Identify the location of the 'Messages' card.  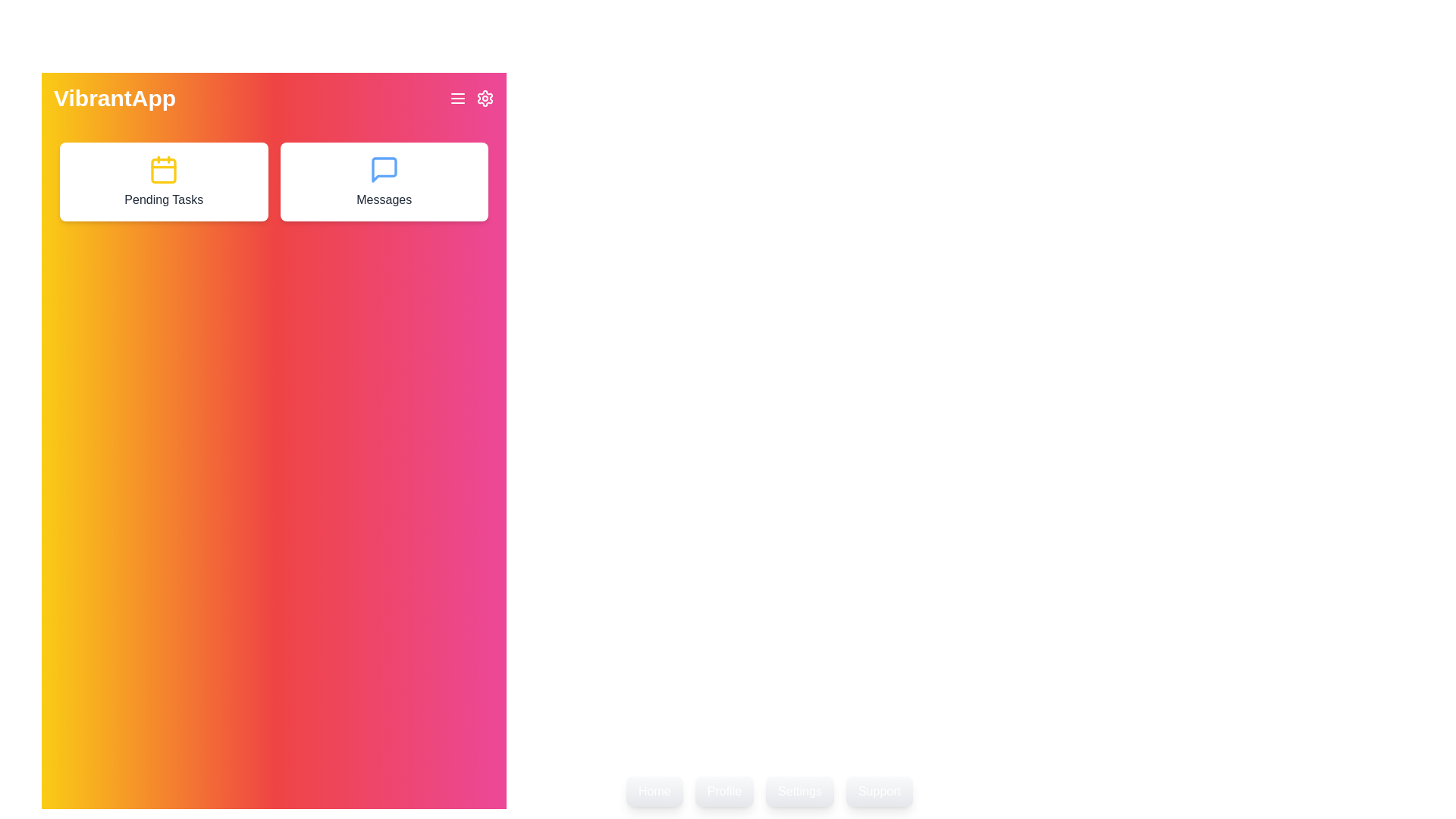
(384, 180).